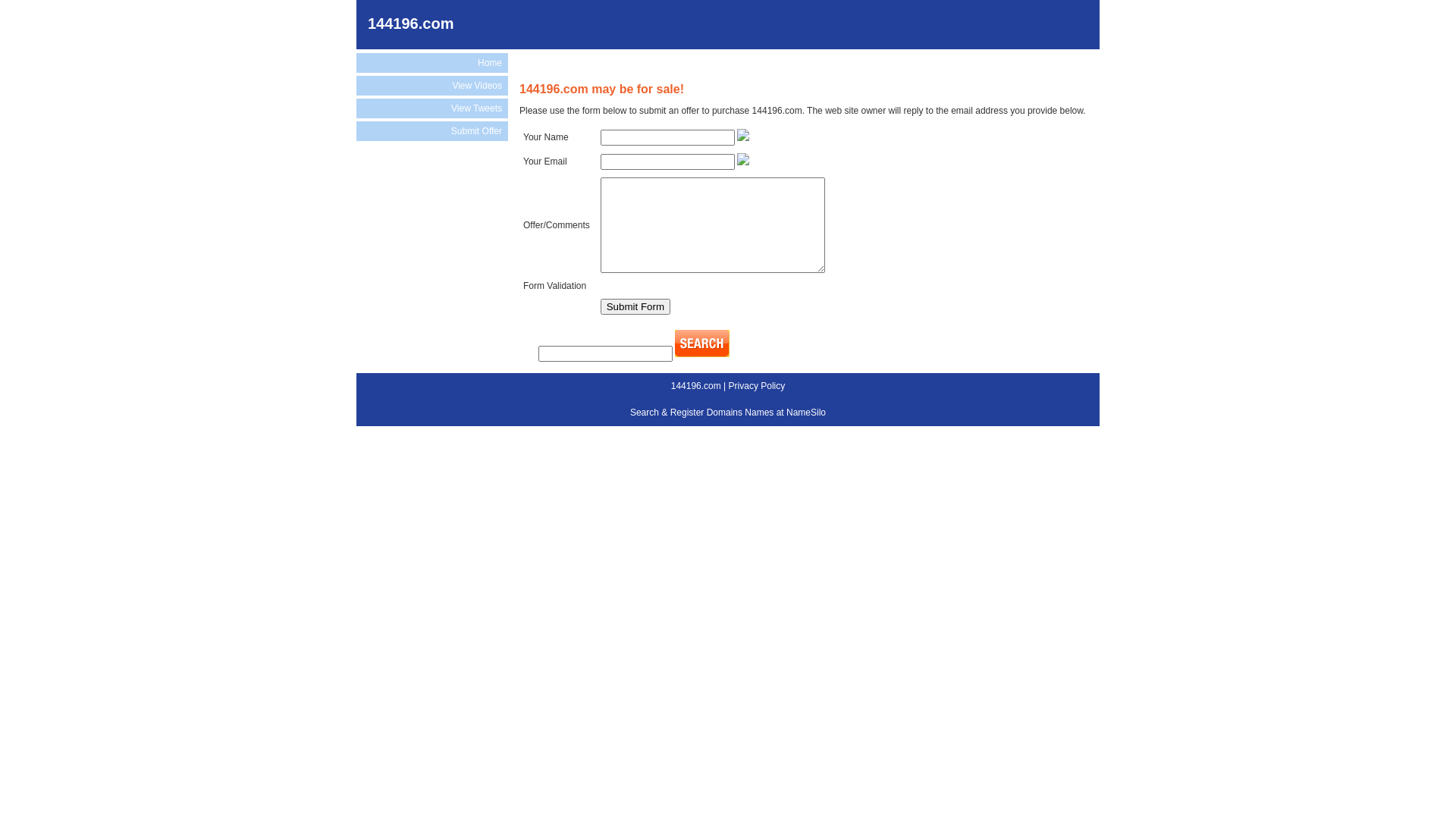 The width and height of the screenshot is (1456, 819). Describe the element at coordinates (431, 62) in the screenshot. I see `'Home'` at that location.